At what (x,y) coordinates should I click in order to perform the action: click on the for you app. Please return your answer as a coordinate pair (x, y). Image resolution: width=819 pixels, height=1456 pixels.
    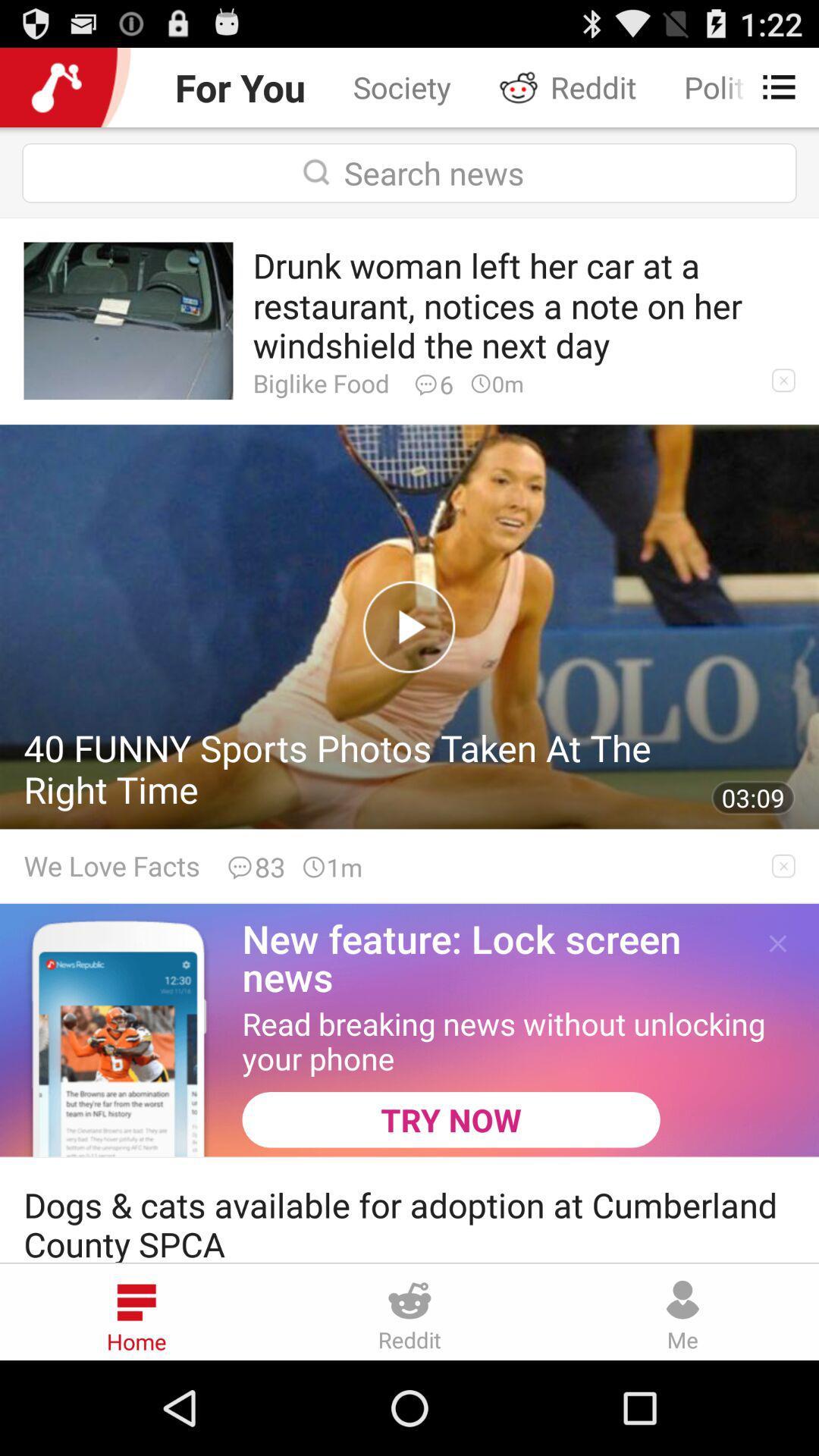
    Looking at the image, I should click on (239, 86).